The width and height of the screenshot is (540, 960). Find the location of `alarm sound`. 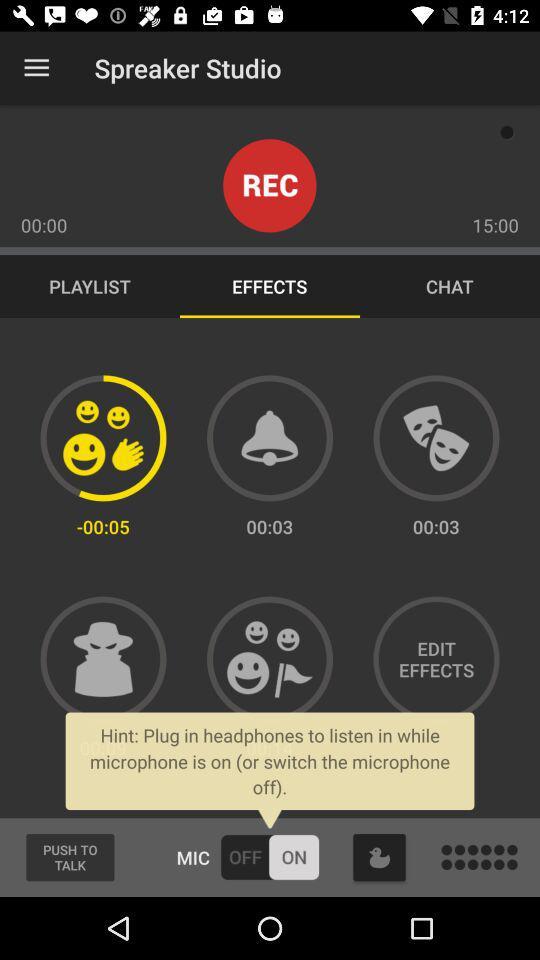

alarm sound is located at coordinates (270, 438).